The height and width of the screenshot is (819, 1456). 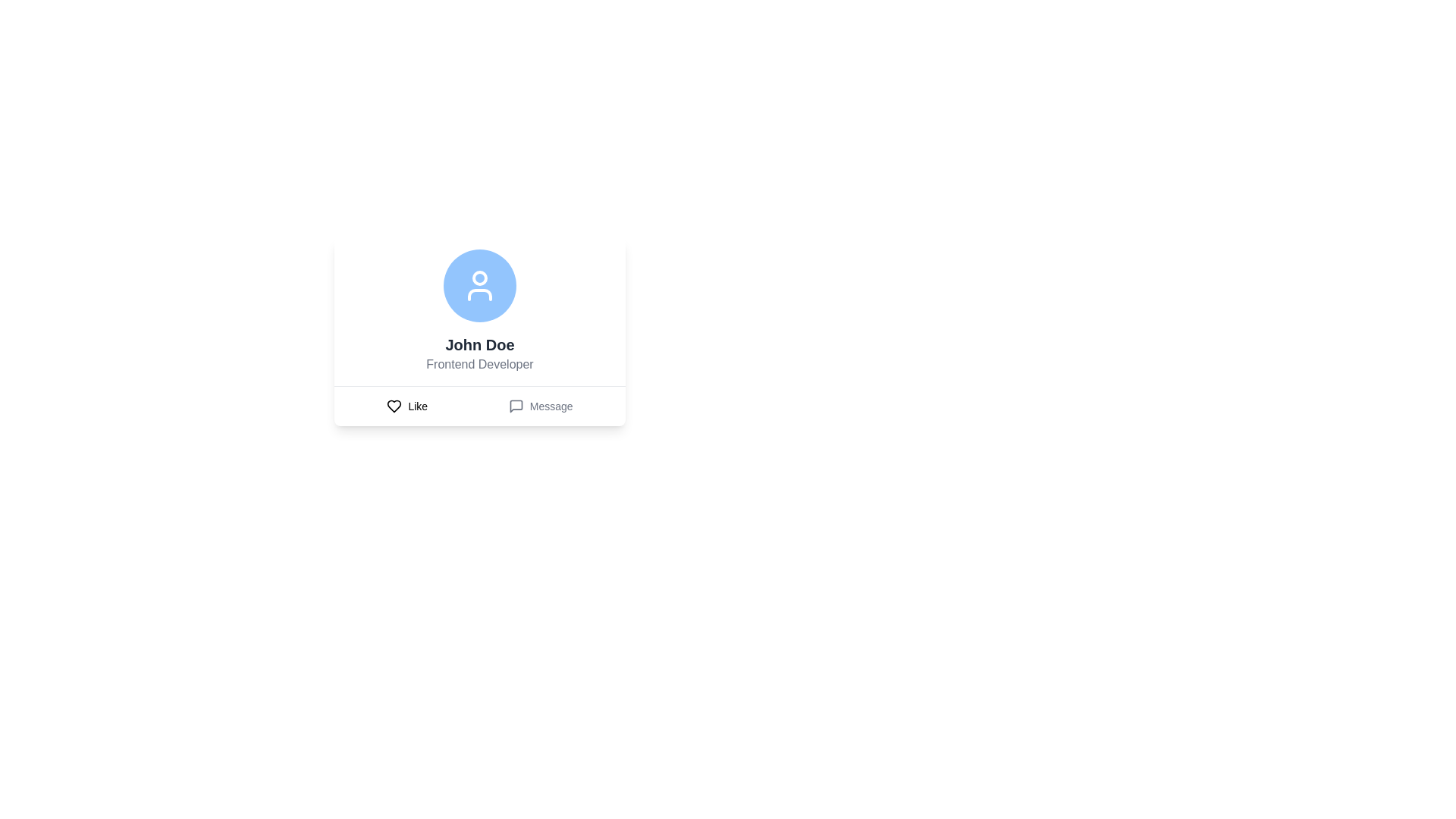 I want to click on the upper circular Decorative SVG element located centrally within the user profile avatar icon, which is positioned above the text 'John Doe' and 'Frontend Developer', so click(x=479, y=278).